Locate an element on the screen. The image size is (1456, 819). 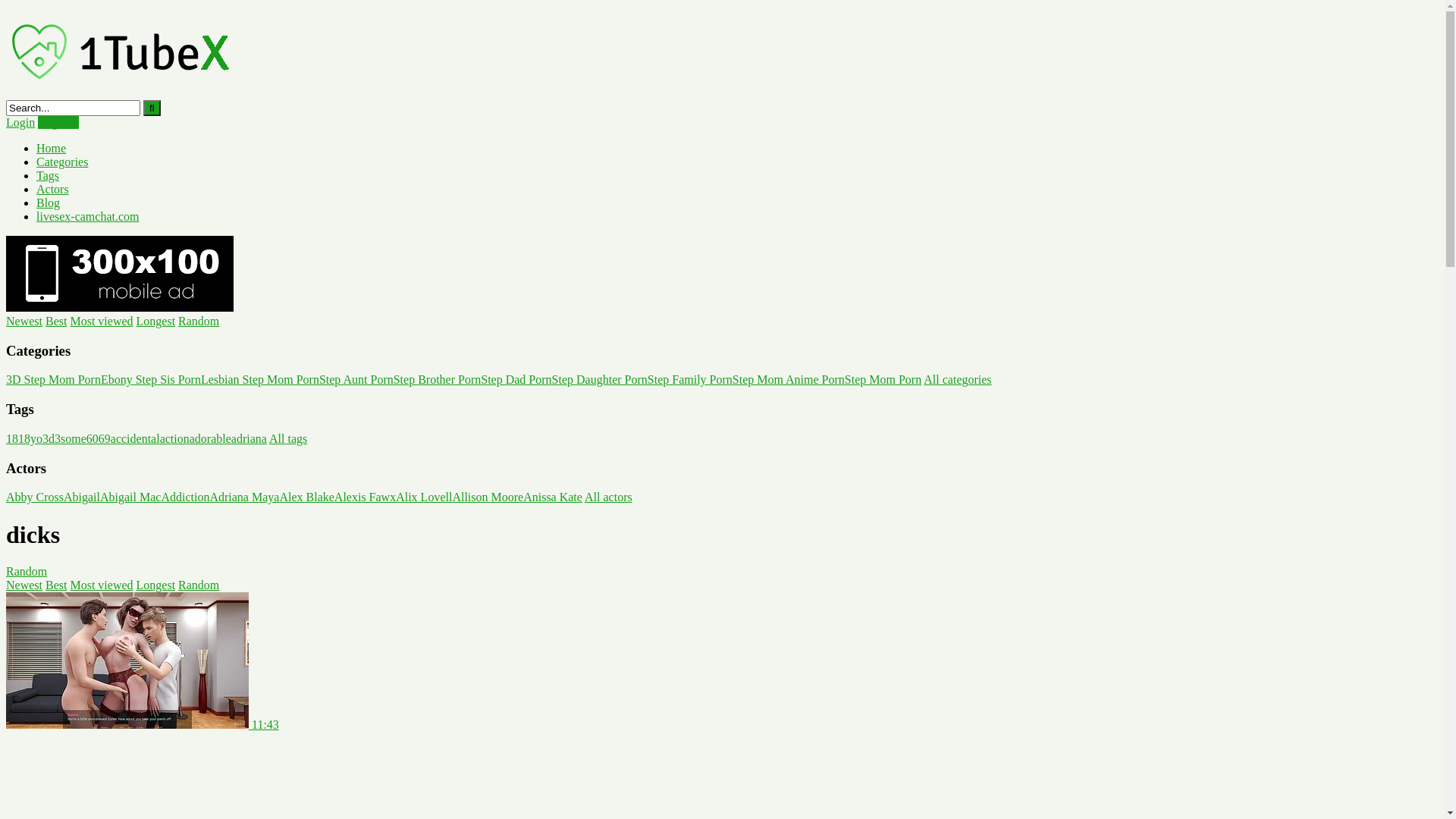
'60' is located at coordinates (91, 438).